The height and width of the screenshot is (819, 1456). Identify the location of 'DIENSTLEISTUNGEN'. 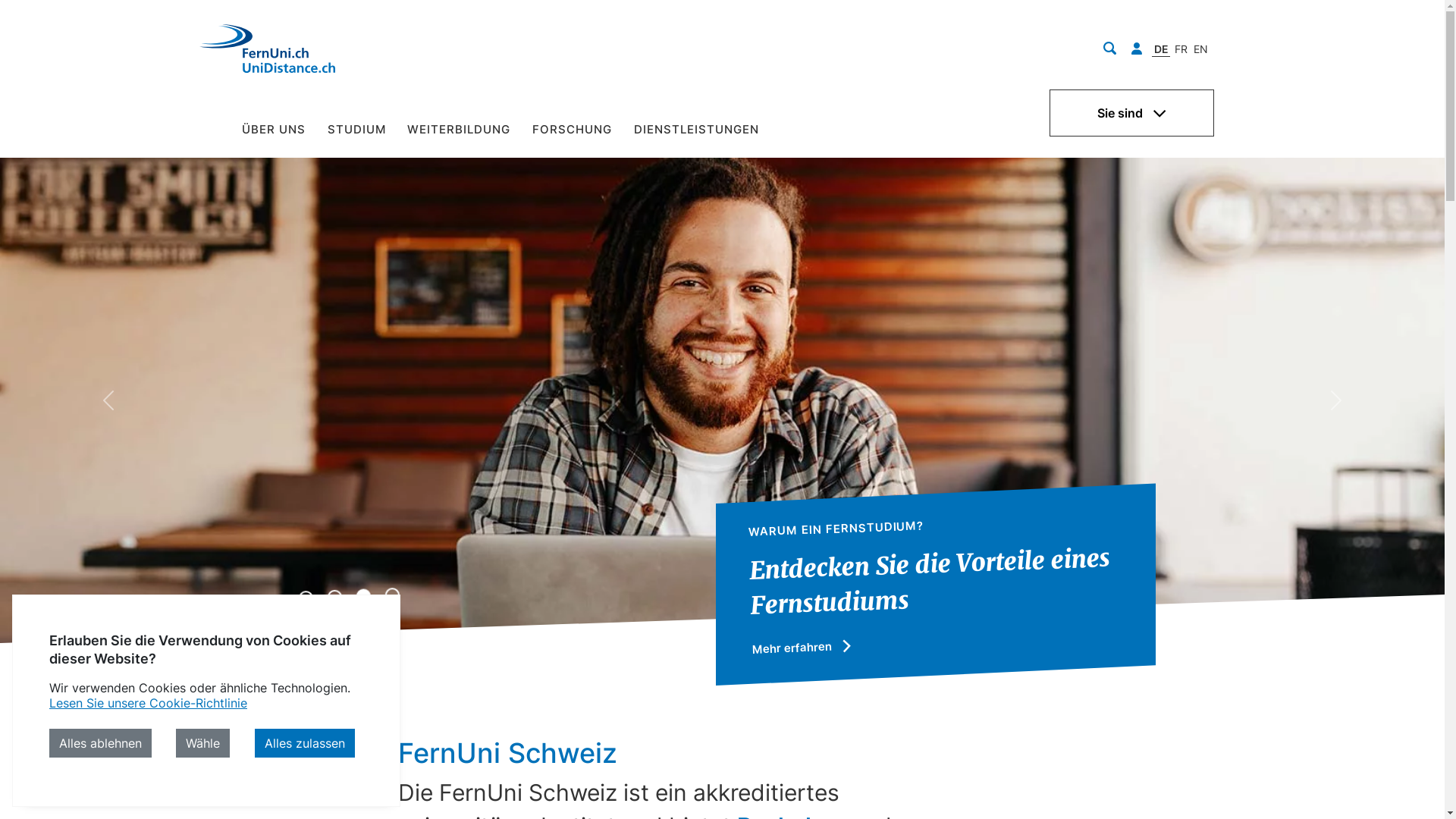
(695, 133).